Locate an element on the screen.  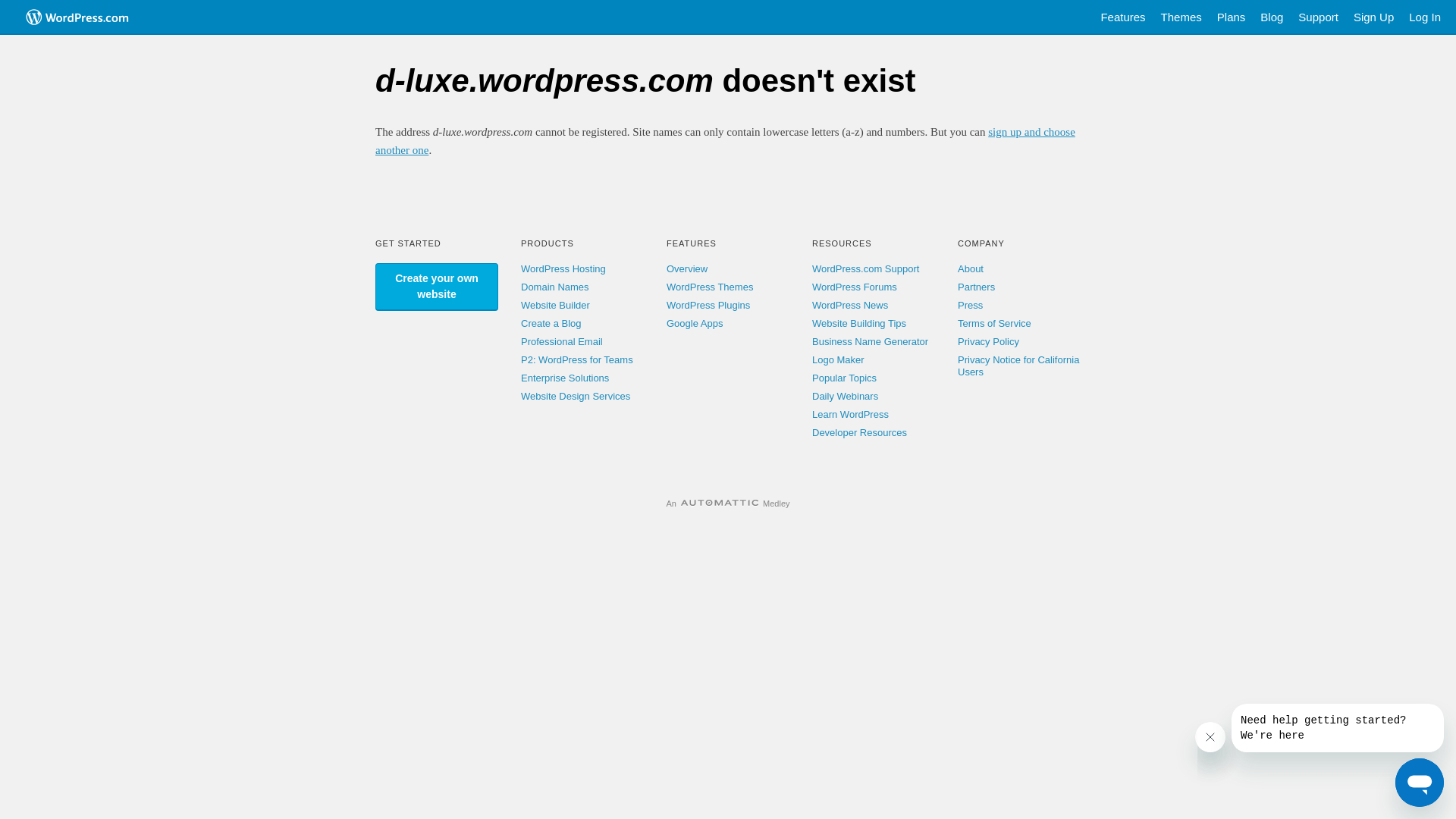
'Partners' is located at coordinates (976, 287).